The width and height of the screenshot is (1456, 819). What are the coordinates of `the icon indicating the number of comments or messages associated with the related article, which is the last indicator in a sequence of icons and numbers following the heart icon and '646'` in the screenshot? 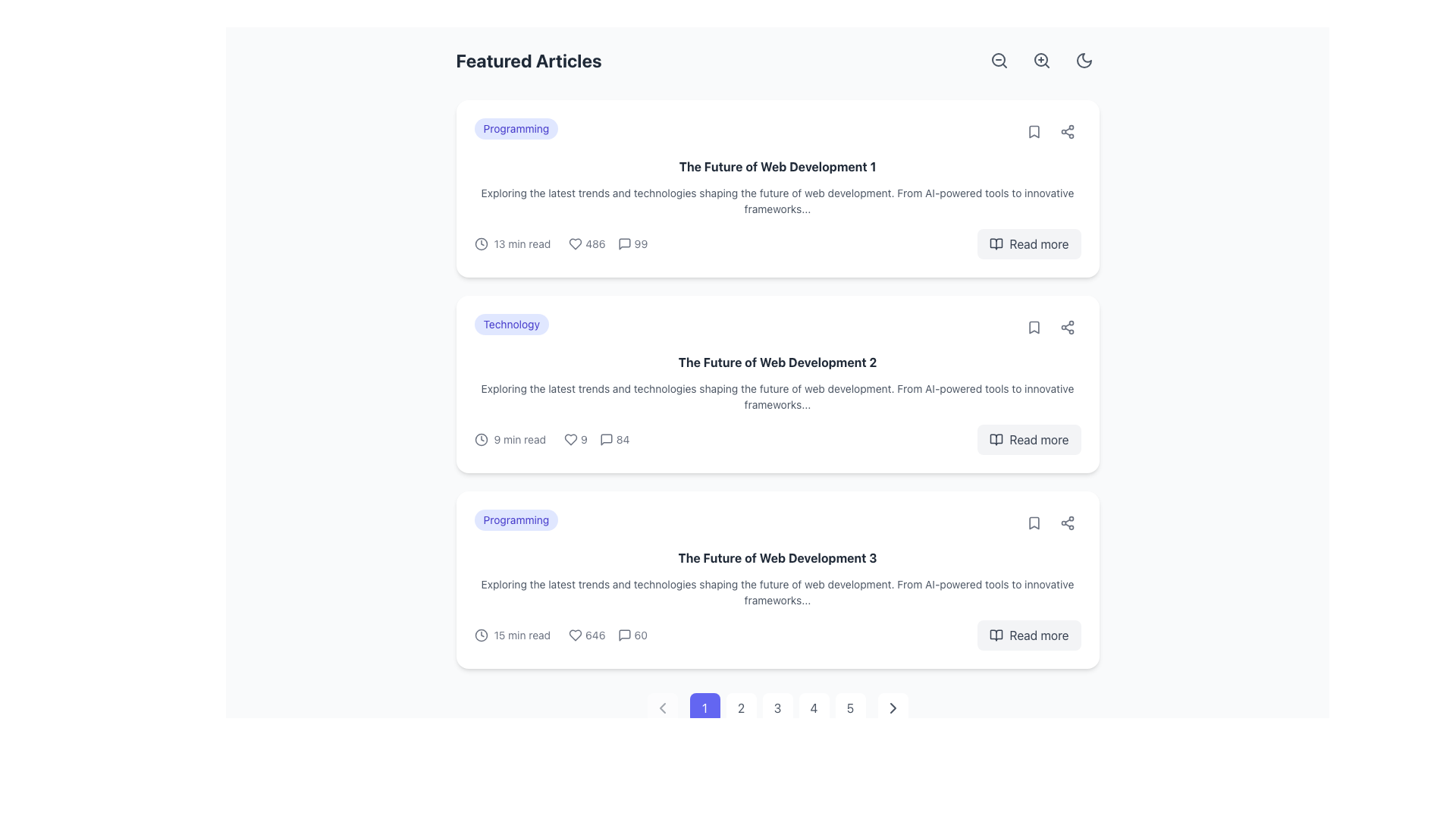 It's located at (632, 635).